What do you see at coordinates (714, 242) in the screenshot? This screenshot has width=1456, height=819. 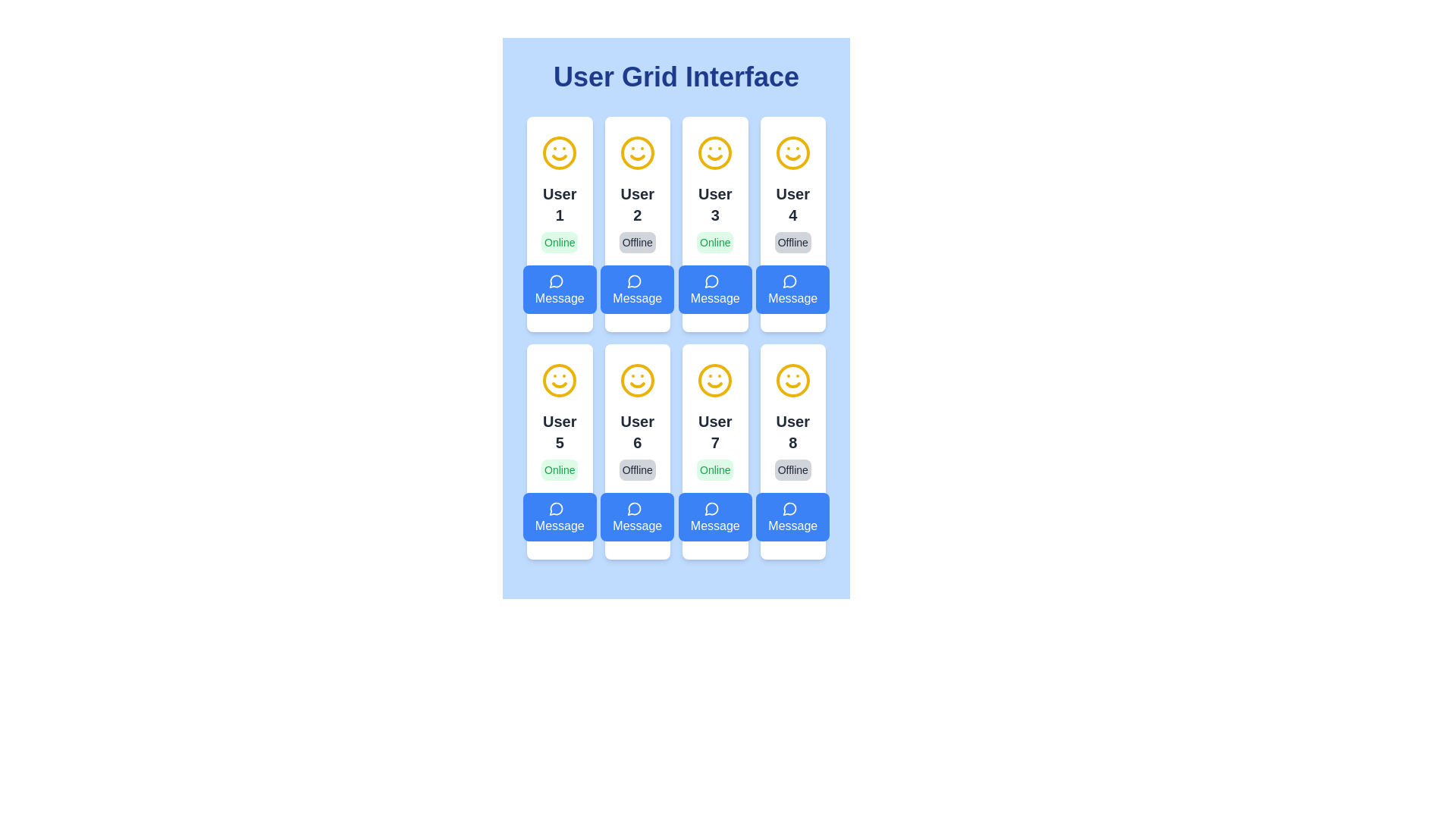 I see `the status indicator located within the third box of the user cards grid, directly beneath the 'User 3' label, which shows that 'User 3' is currently online` at bounding box center [714, 242].